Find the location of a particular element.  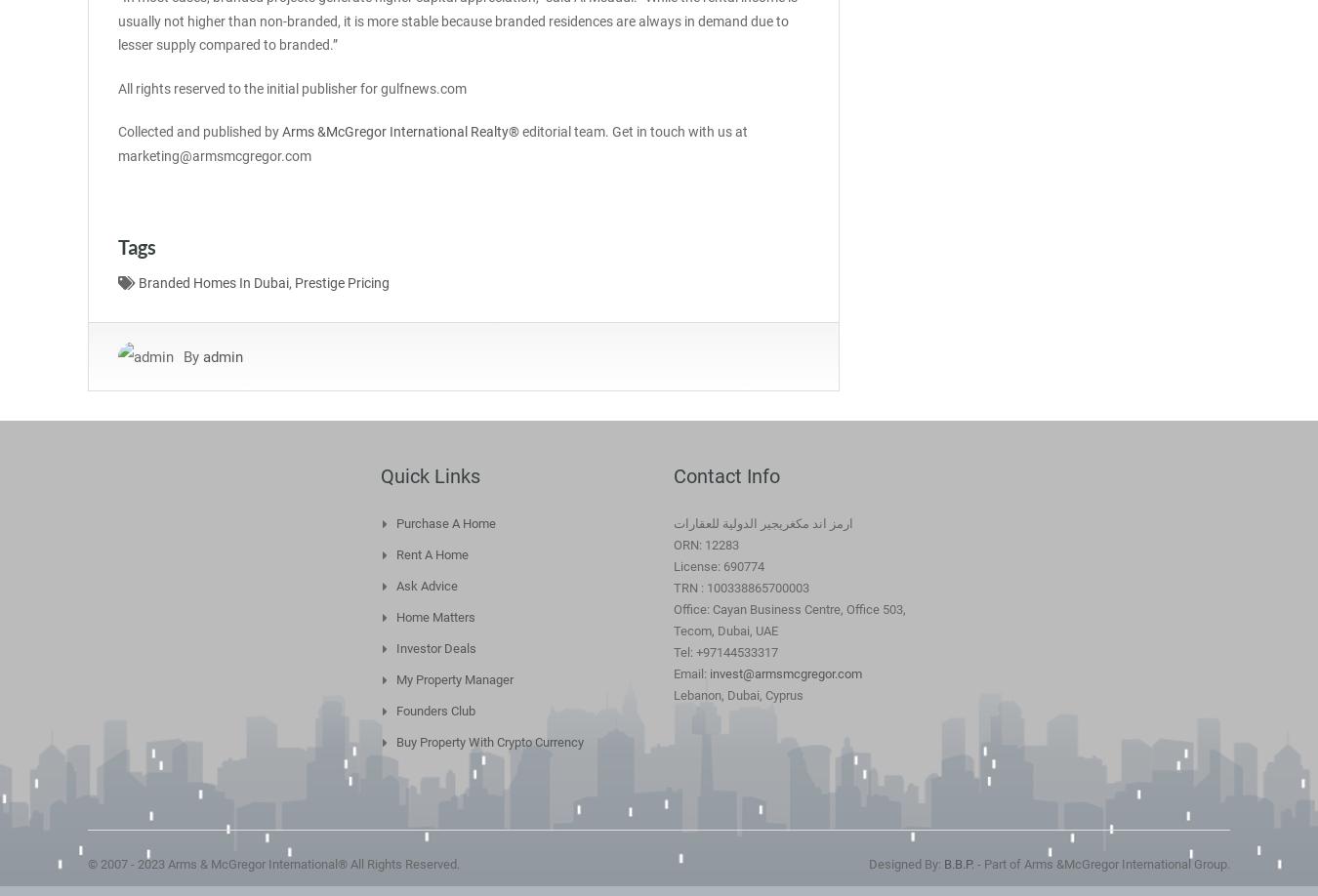

'Collected and published by' is located at coordinates (117, 131).